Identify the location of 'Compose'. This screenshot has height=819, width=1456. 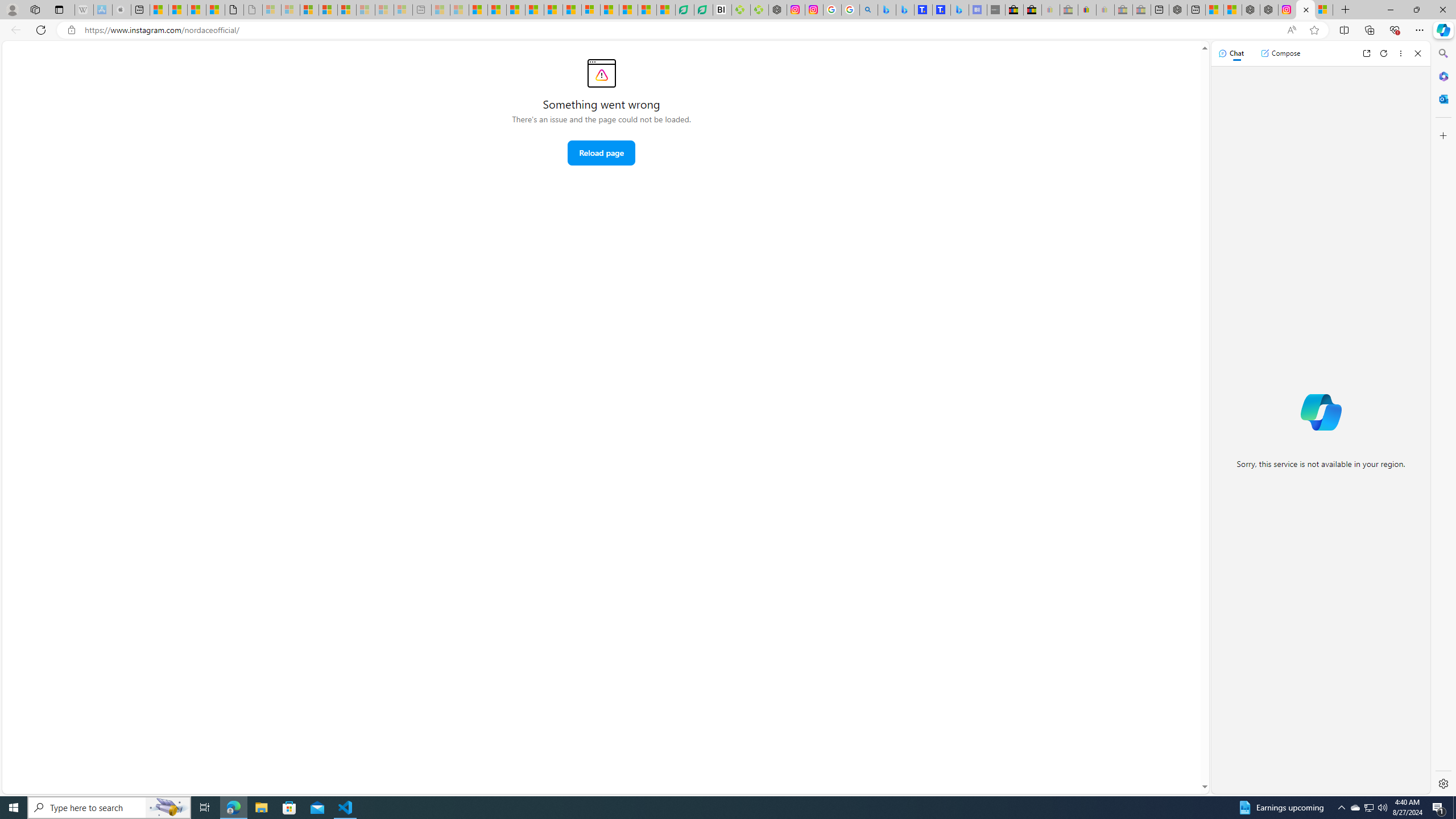
(1280, 52).